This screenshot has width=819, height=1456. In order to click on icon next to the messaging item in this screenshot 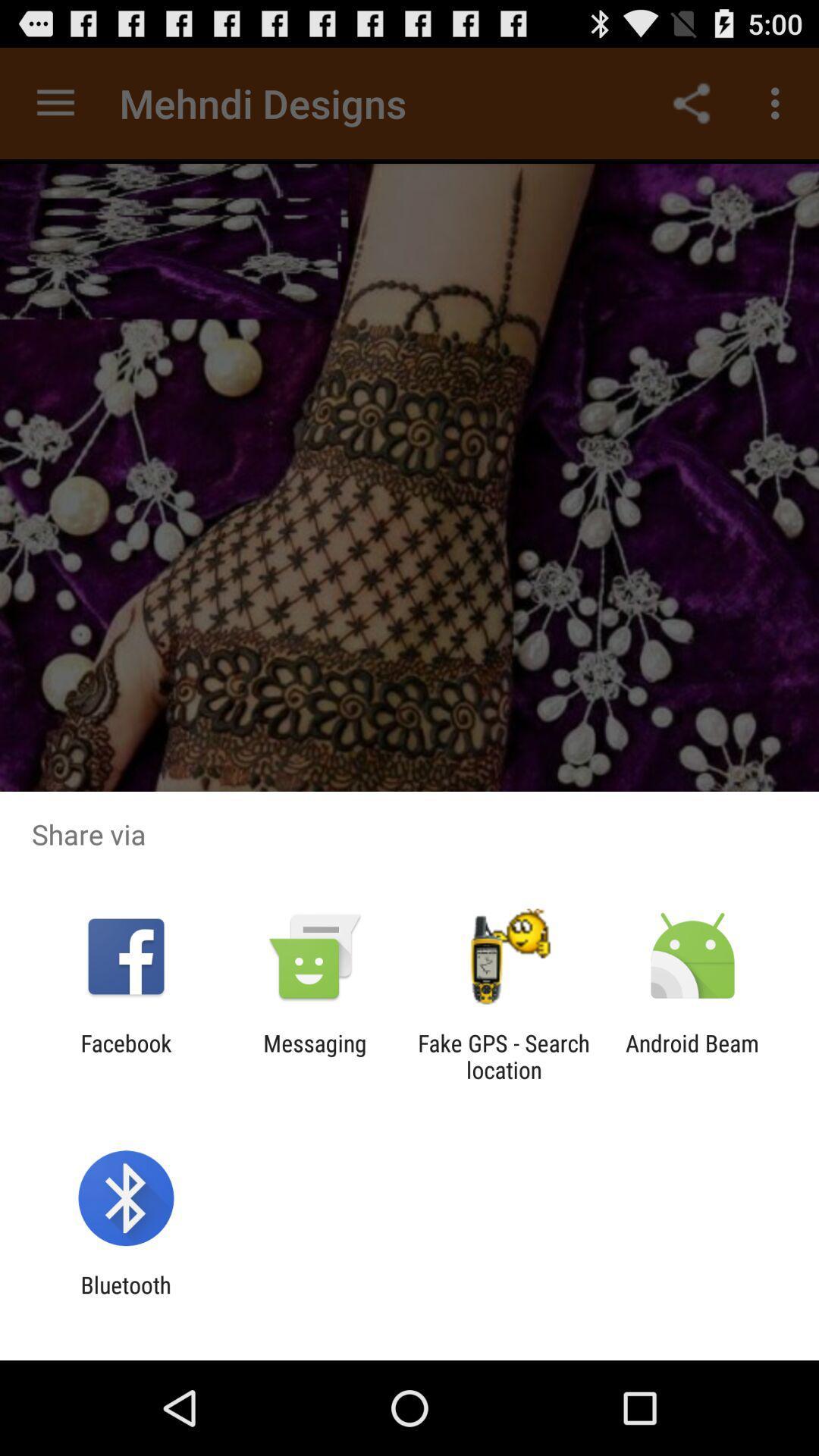, I will do `click(125, 1056)`.